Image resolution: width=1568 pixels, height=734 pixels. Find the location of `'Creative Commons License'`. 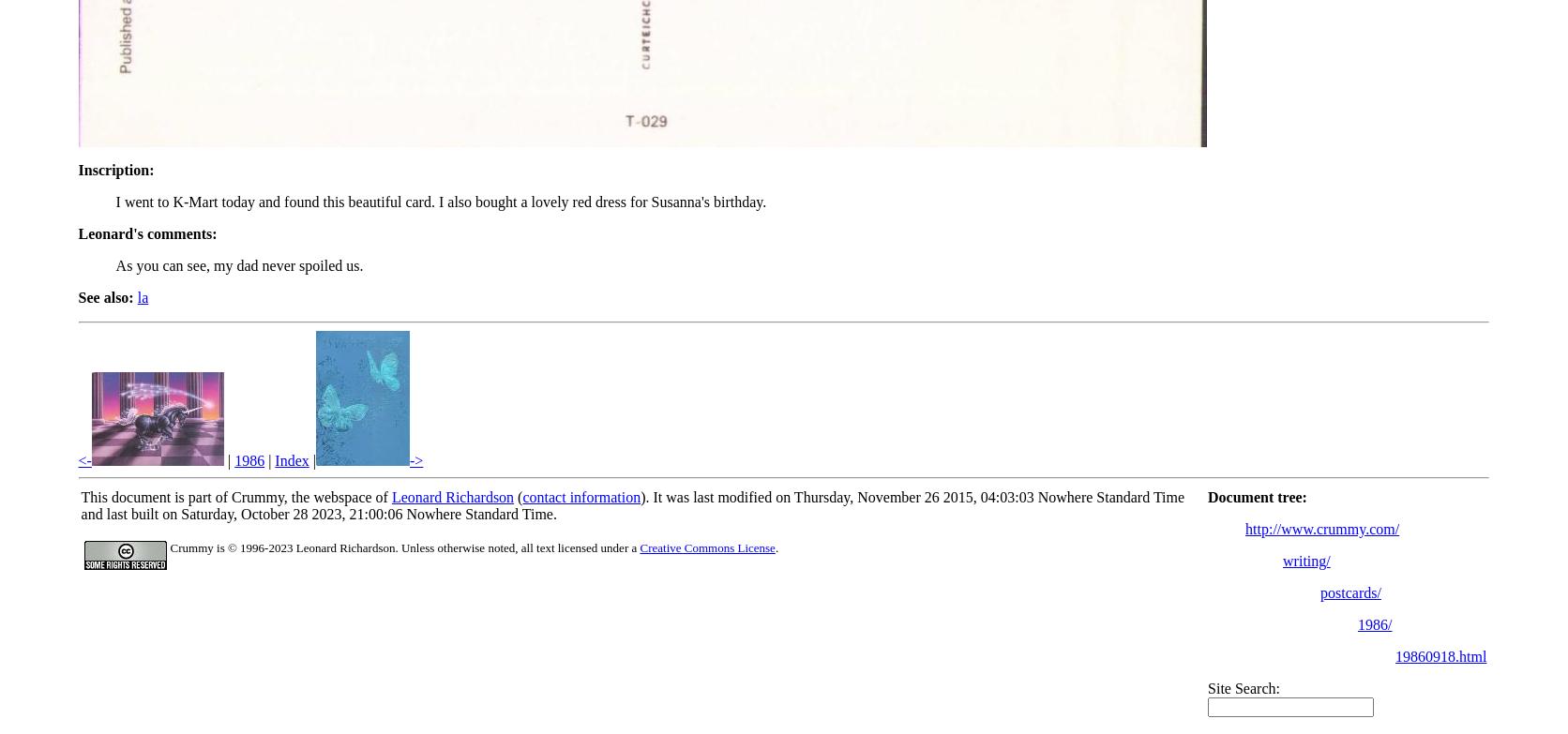

'Creative Commons License' is located at coordinates (706, 547).